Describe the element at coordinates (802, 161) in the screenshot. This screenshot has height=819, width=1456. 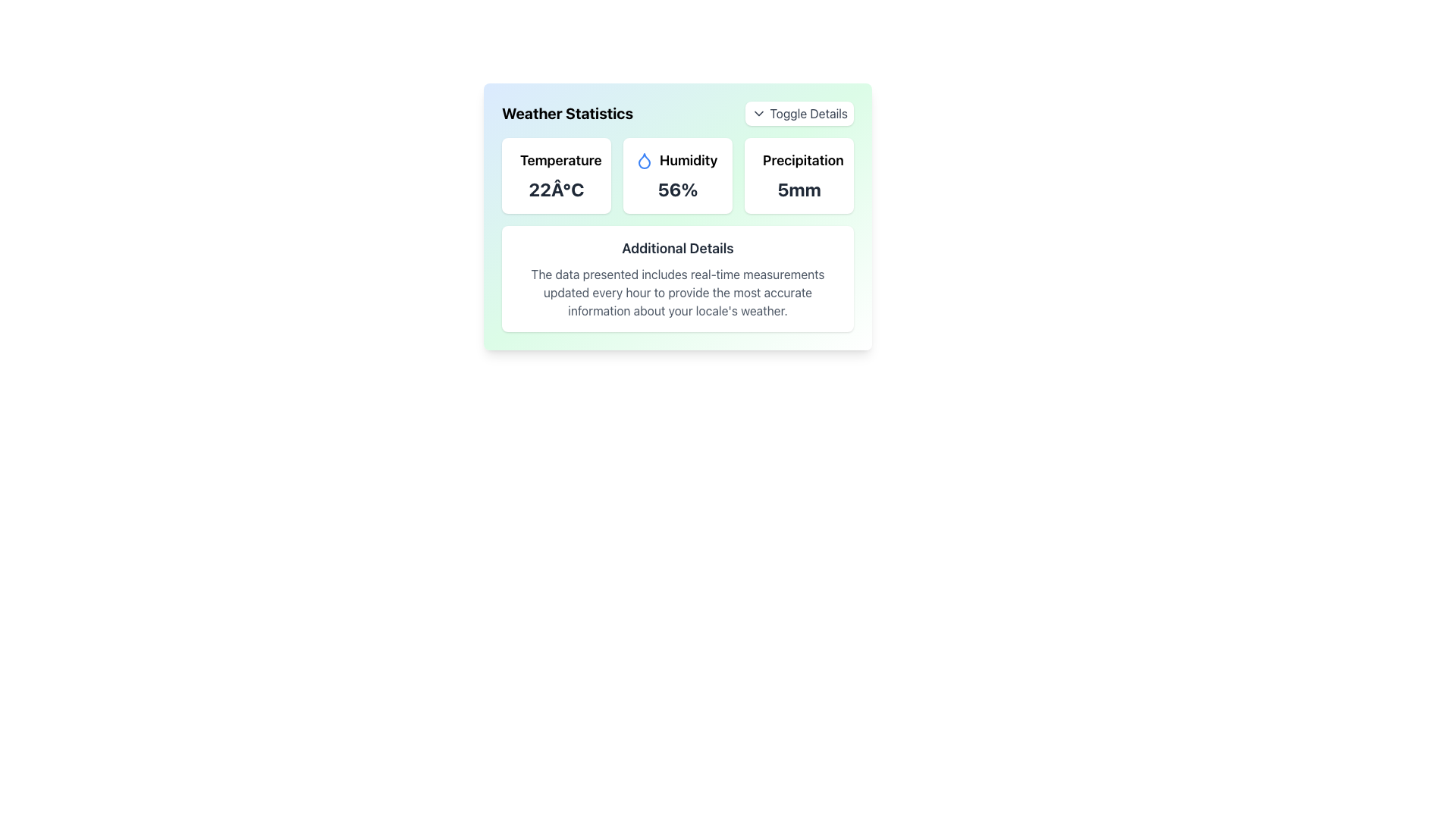
I see `text label indicating the type of weather data for precipitation, located in the top-right corner of the weather statistics card next to the data value '5mm'` at that location.